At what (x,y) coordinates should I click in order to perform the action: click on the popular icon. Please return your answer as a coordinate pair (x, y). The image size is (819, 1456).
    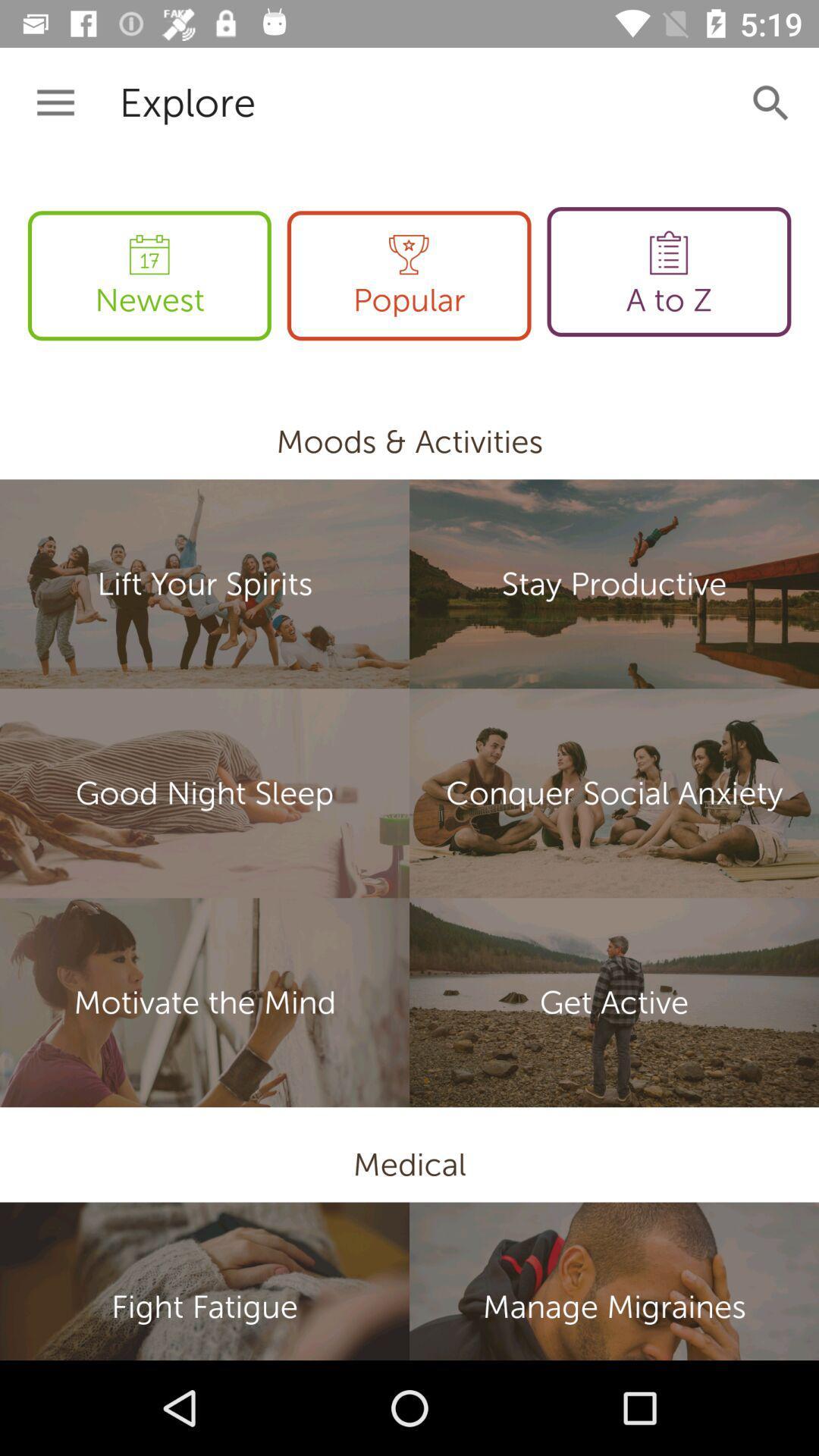
    Looking at the image, I should click on (408, 275).